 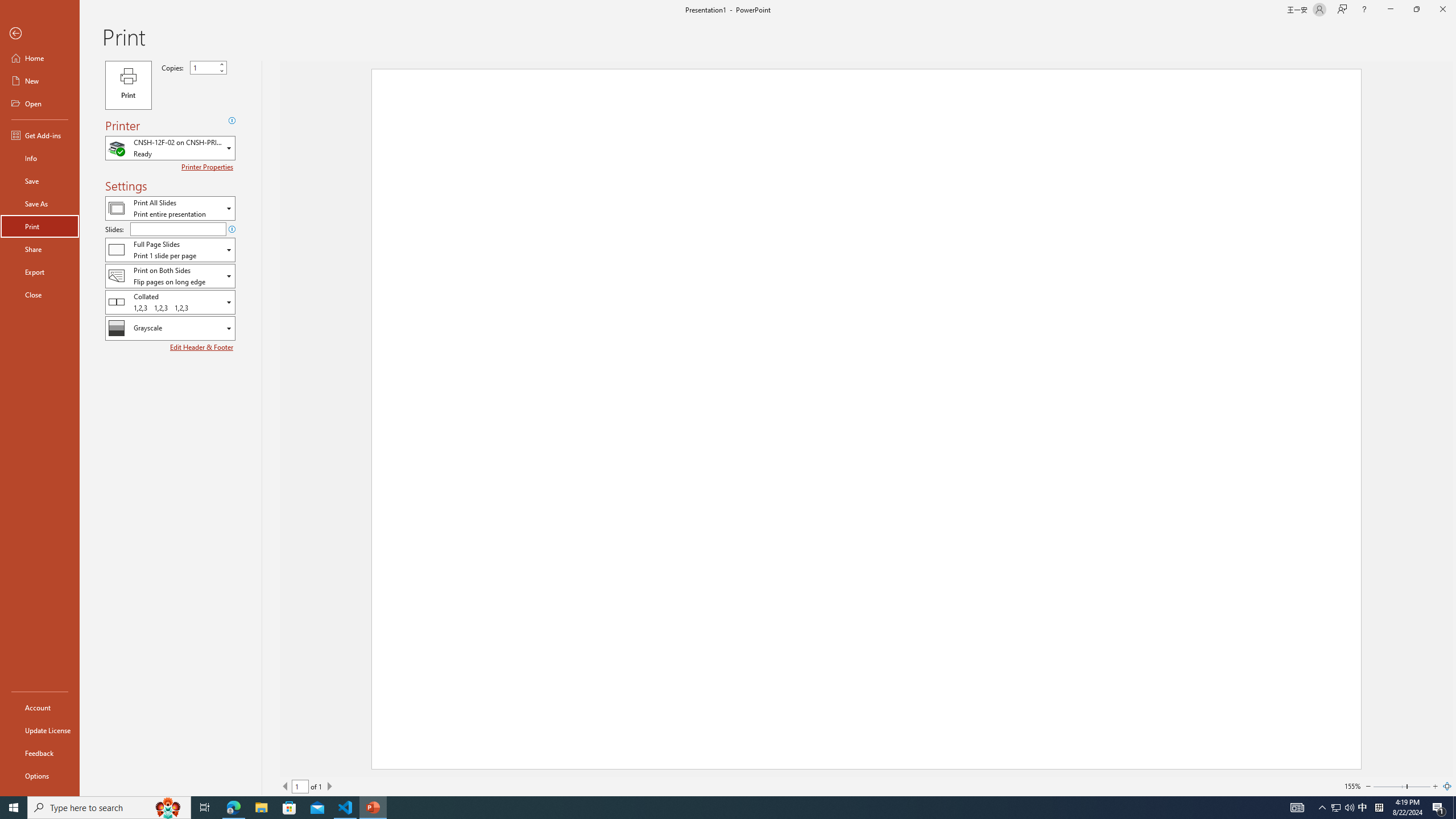 What do you see at coordinates (39, 730) in the screenshot?
I see `'Update License'` at bounding box center [39, 730].